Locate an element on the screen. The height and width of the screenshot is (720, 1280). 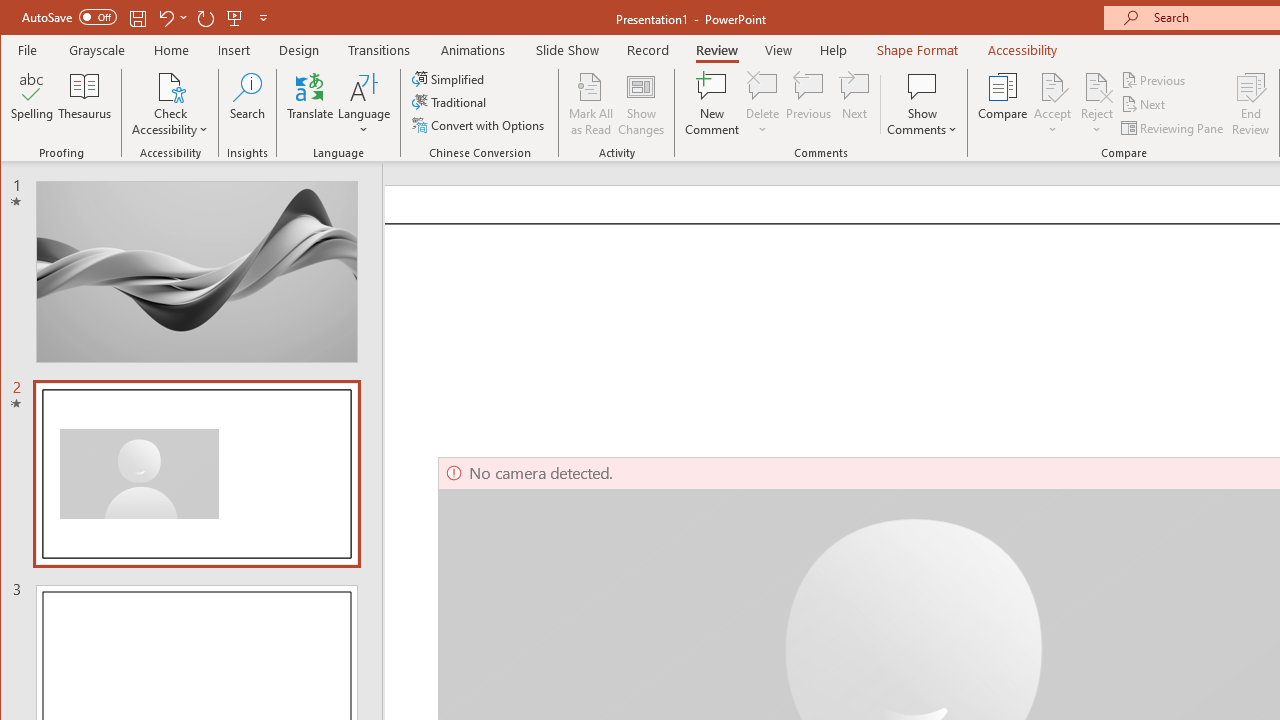
'Compare' is located at coordinates (1002, 104).